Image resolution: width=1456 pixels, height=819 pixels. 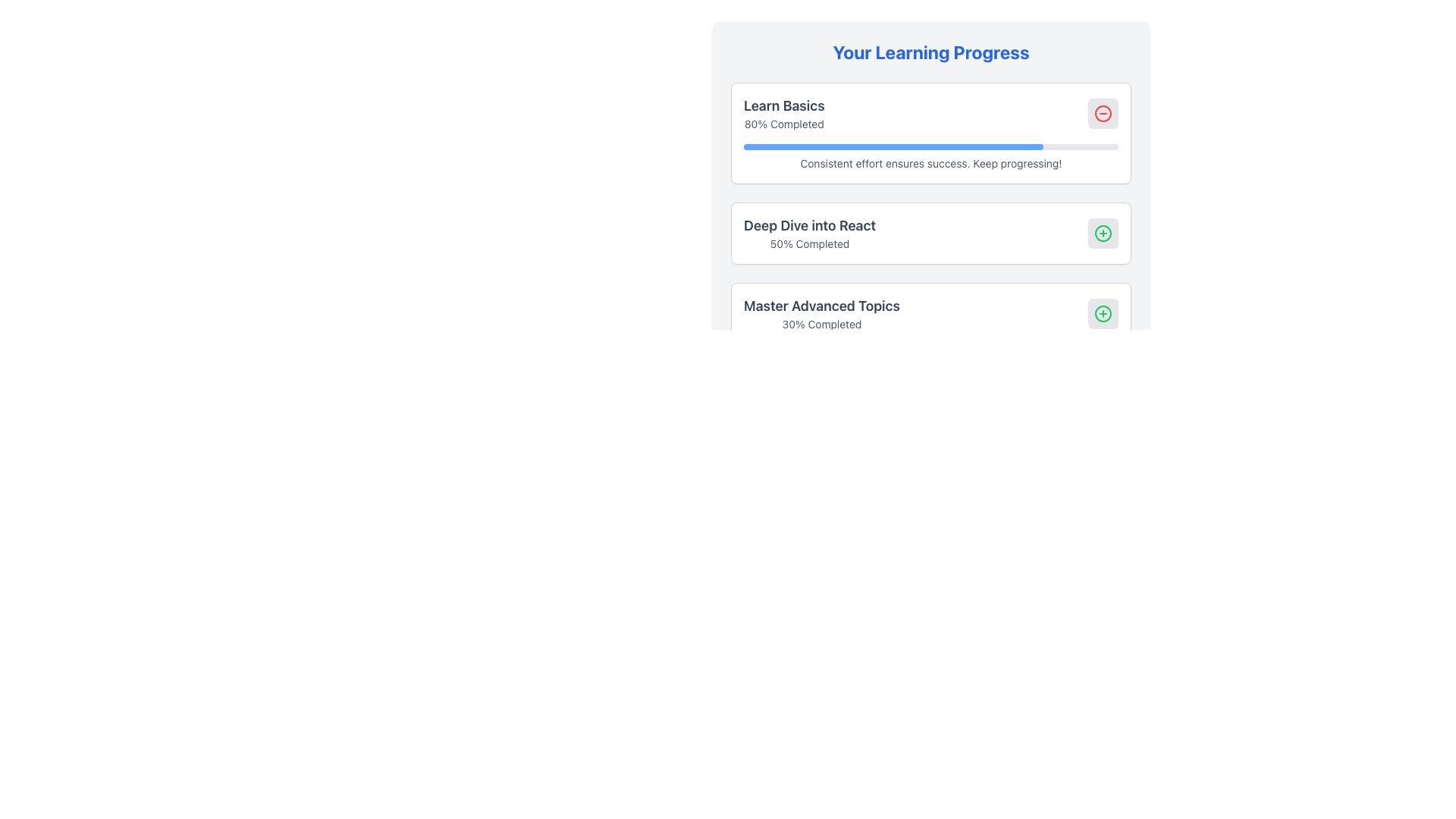 What do you see at coordinates (1103, 312) in the screenshot?
I see `the third icon button in the vertical list located to the far right of the 'Master Advanced Topics' progress entry` at bounding box center [1103, 312].